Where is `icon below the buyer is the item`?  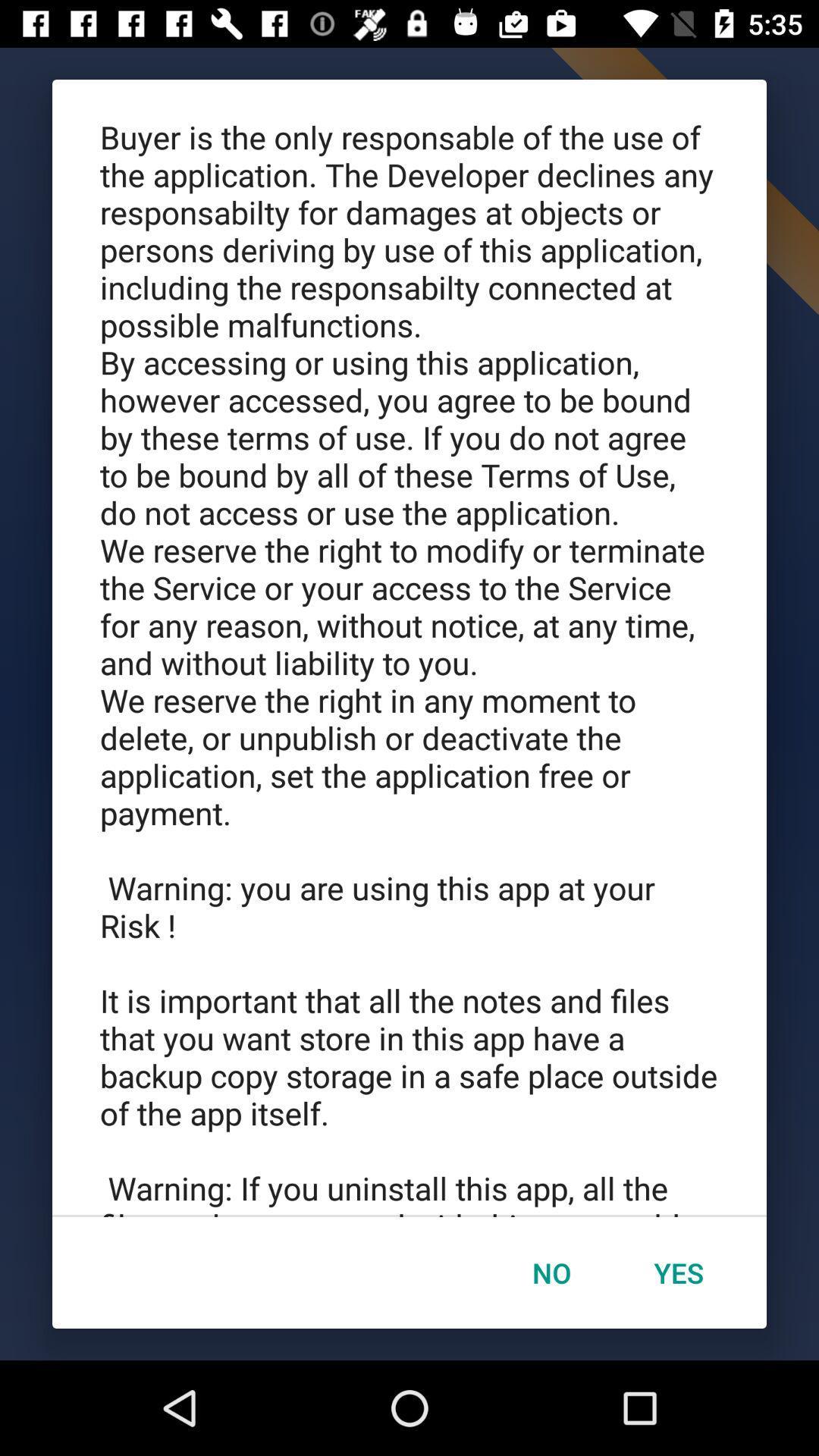
icon below the buyer is the item is located at coordinates (678, 1272).